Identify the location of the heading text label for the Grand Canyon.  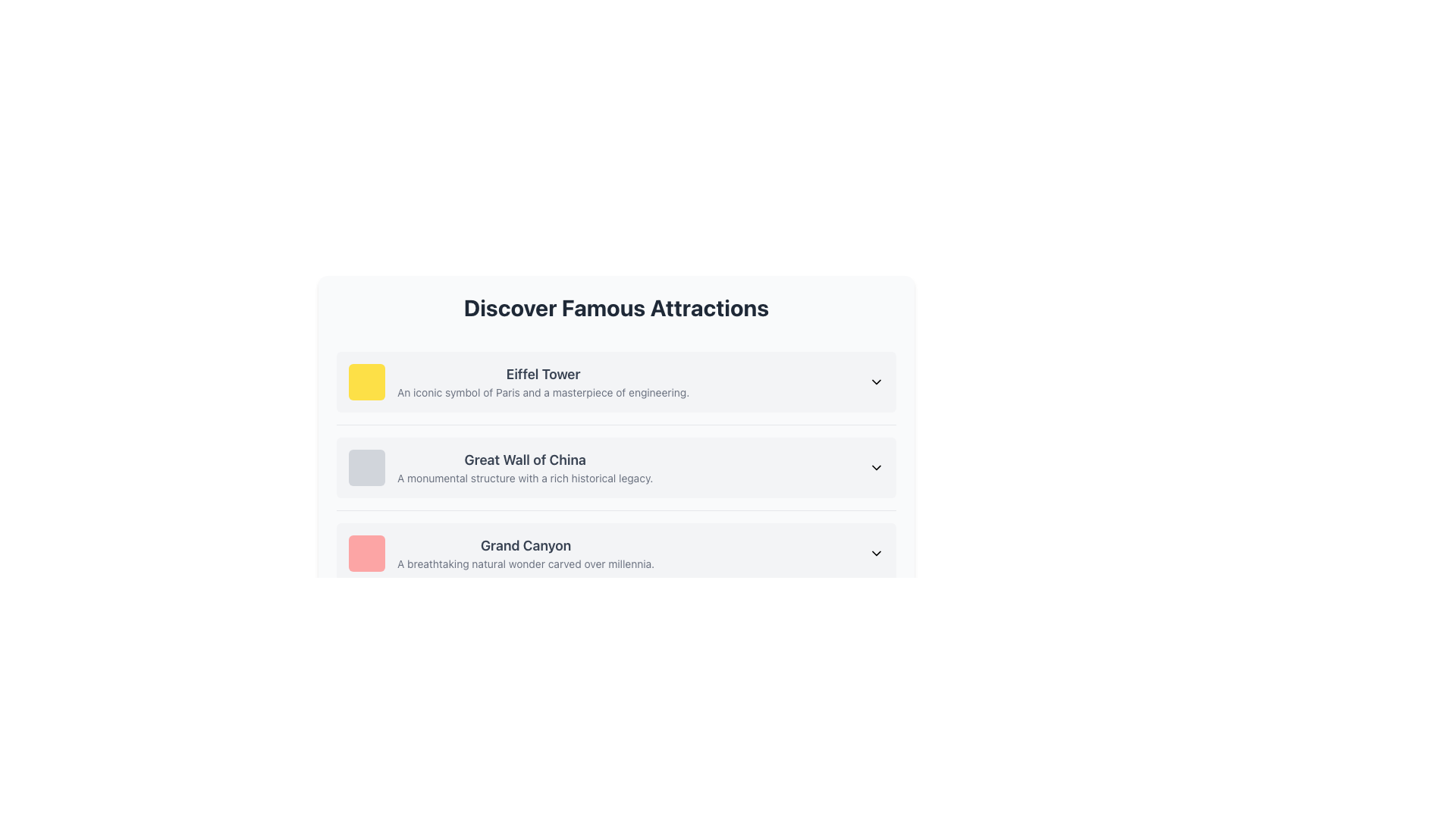
(526, 546).